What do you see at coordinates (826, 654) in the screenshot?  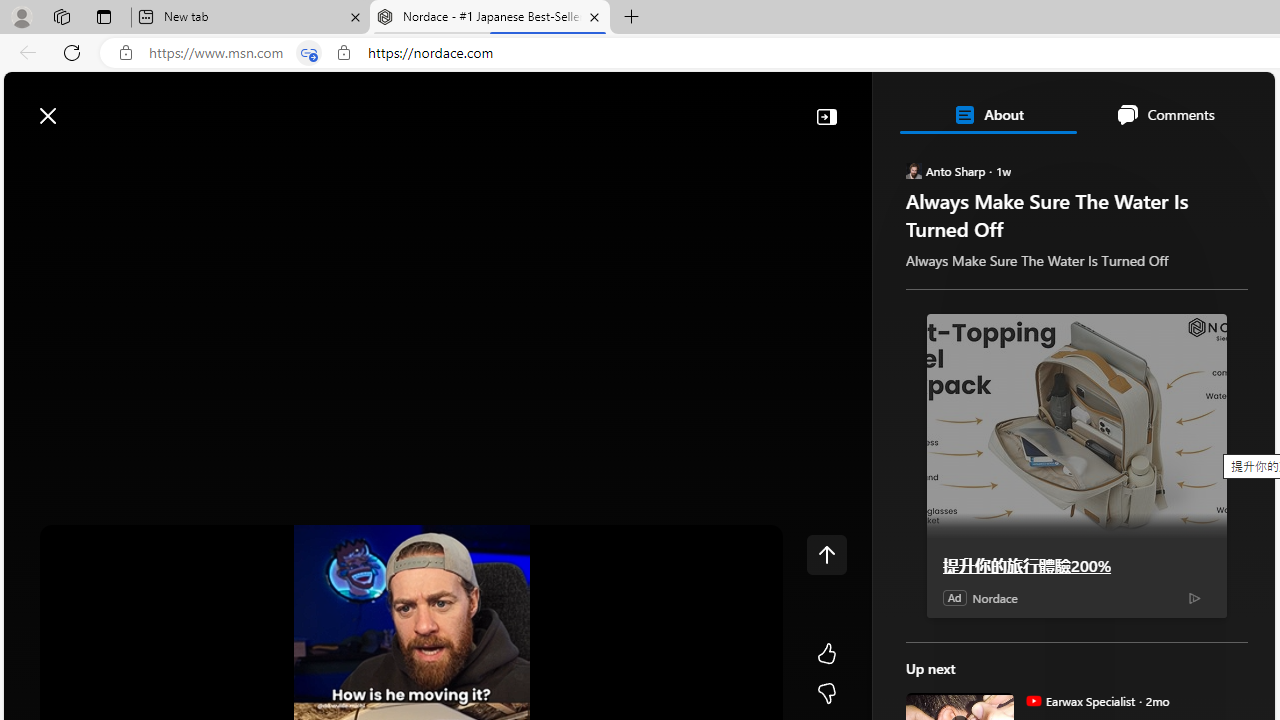 I see `'Like'` at bounding box center [826, 654].